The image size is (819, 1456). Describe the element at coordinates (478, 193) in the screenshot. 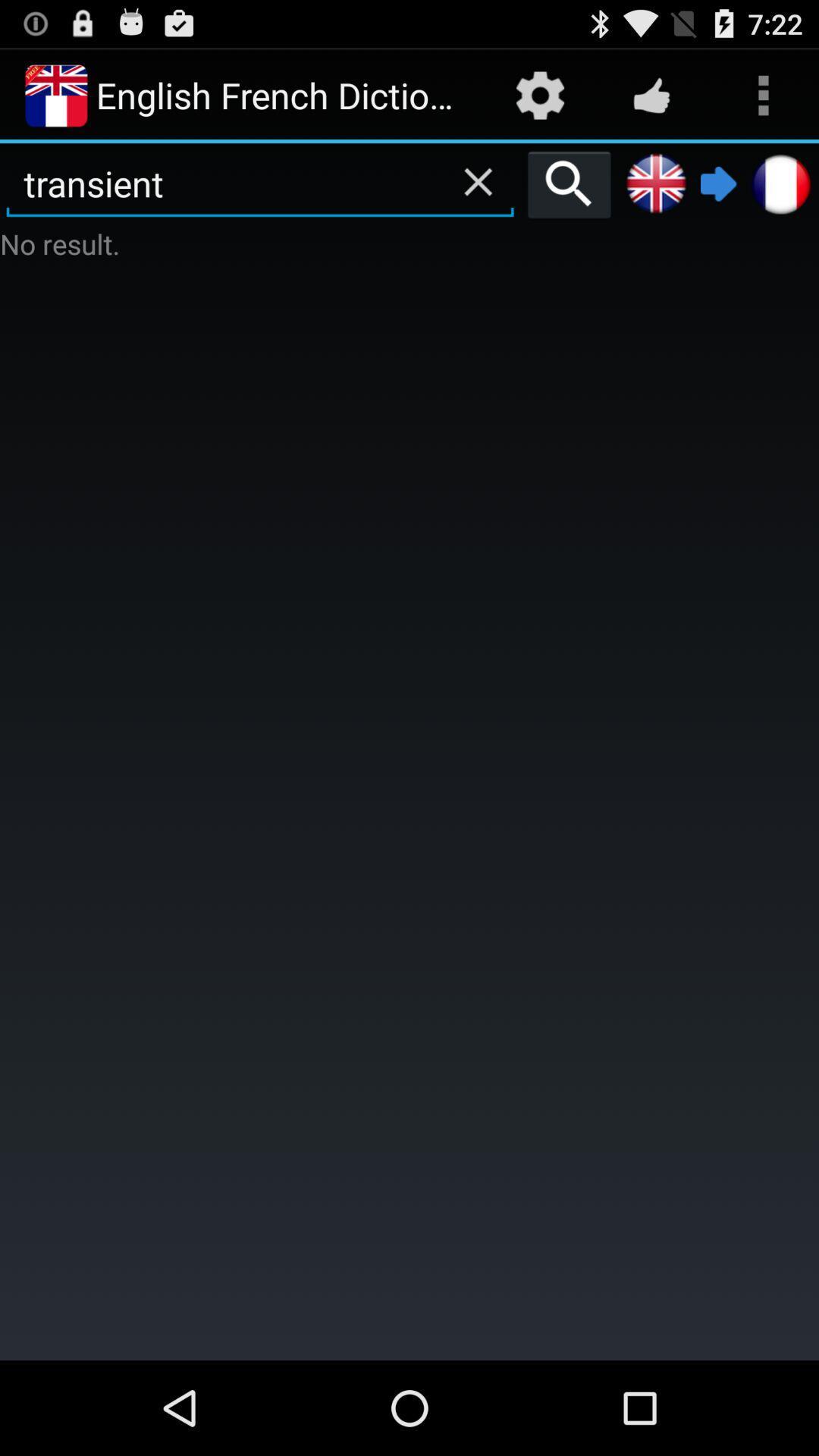

I see `the close icon` at that location.